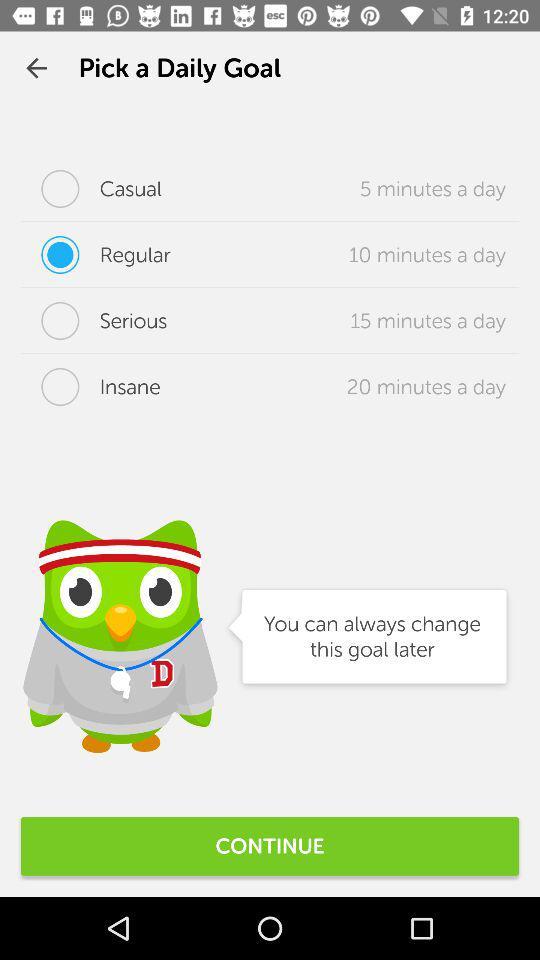  What do you see at coordinates (94, 253) in the screenshot?
I see `icon to the left of the 10 minutes a item` at bounding box center [94, 253].